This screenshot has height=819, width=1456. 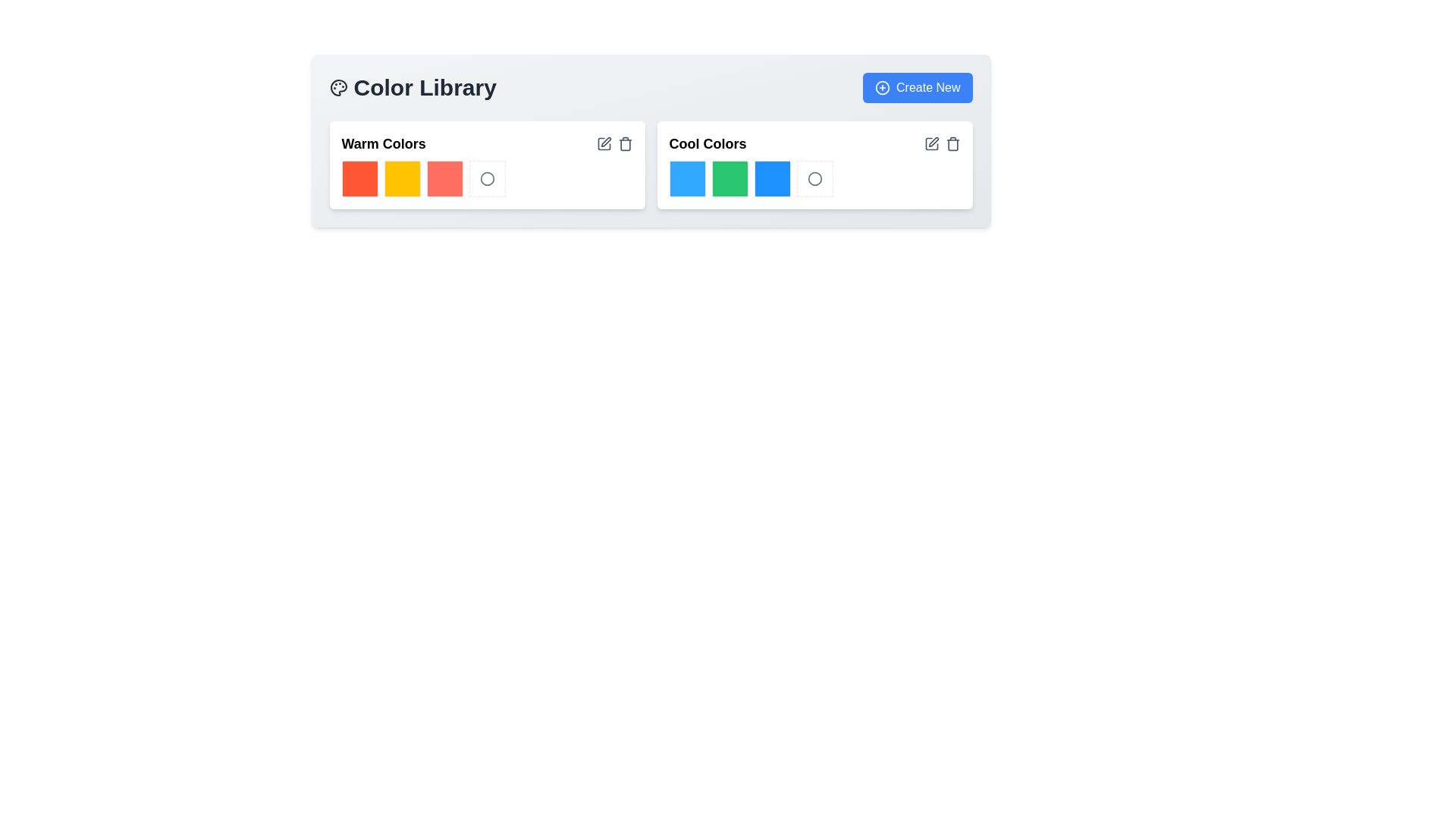 What do you see at coordinates (730, 177) in the screenshot?
I see `the second color swatch` at bounding box center [730, 177].